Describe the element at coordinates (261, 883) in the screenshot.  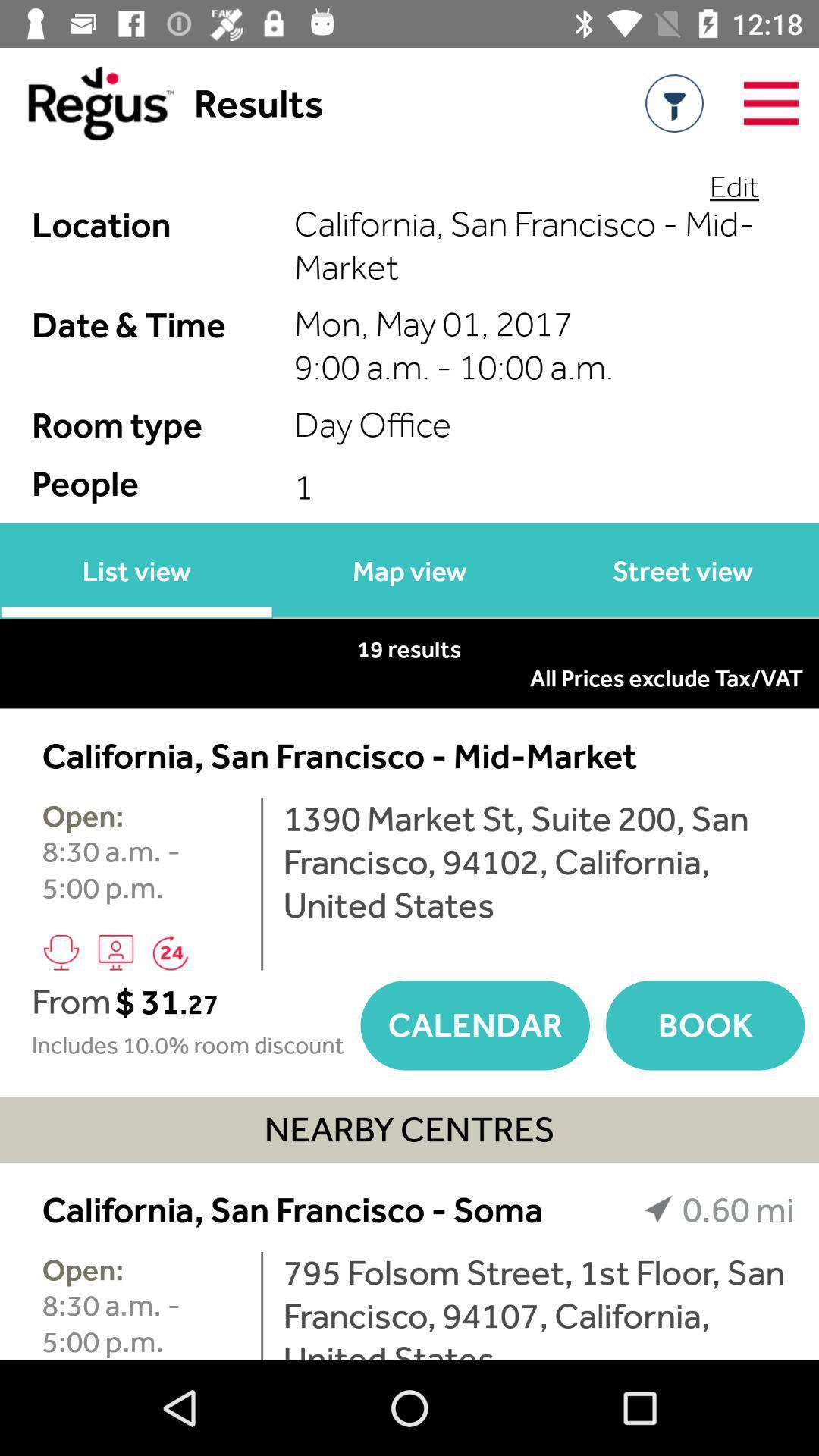
I see `item to the left of 1390 market st` at that location.